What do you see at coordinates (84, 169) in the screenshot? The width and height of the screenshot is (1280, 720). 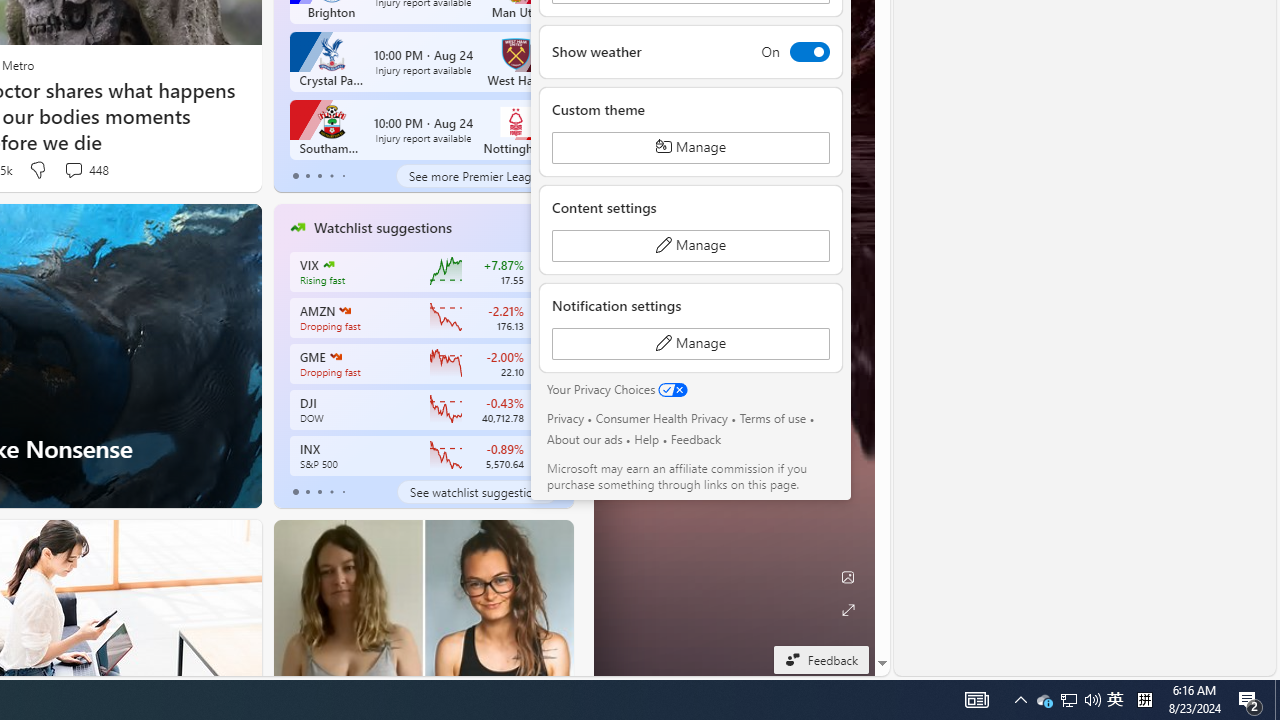 I see `'View comments 448 Comment'` at bounding box center [84, 169].